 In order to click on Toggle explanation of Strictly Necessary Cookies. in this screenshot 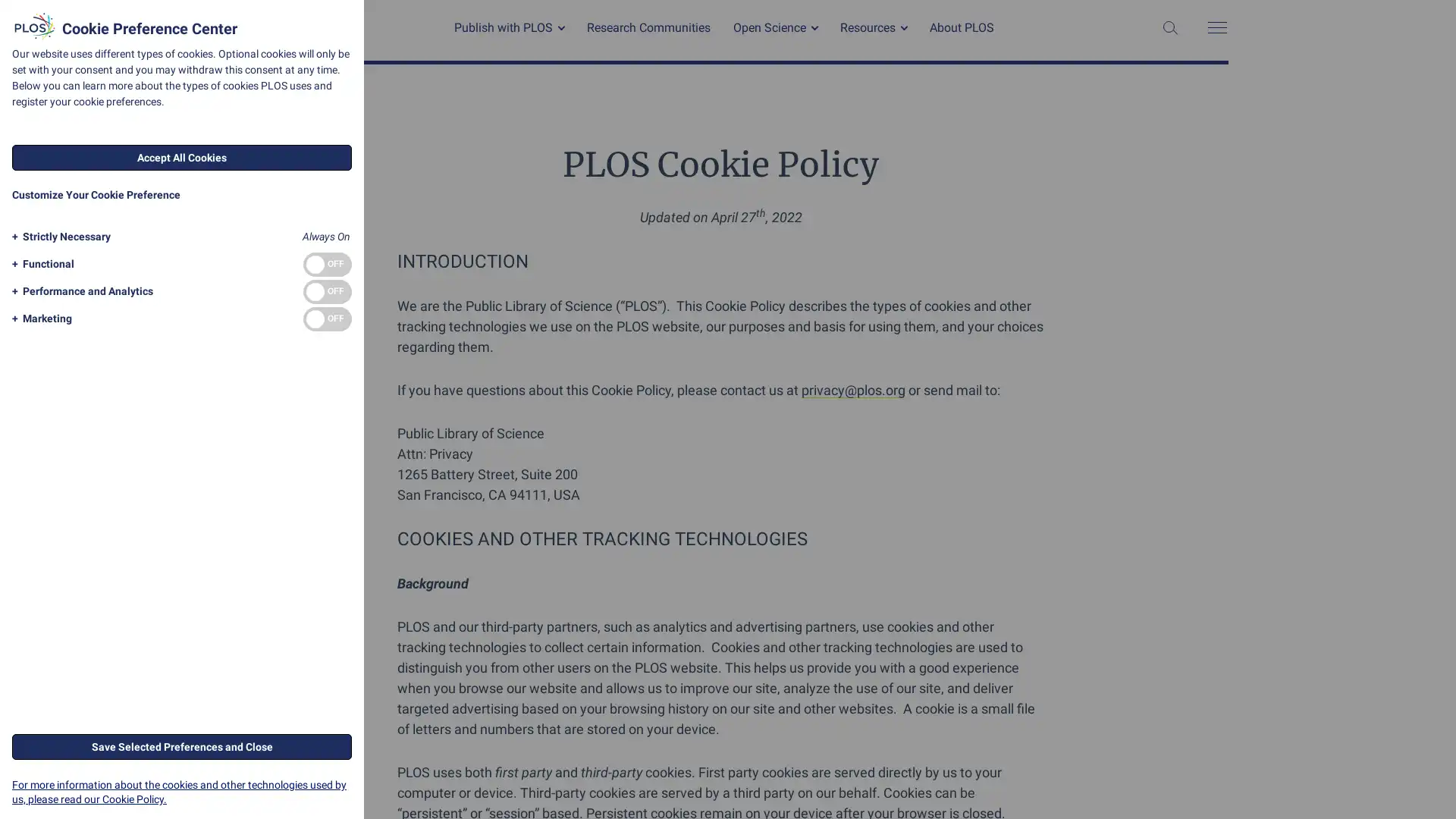, I will do `click(58, 237)`.